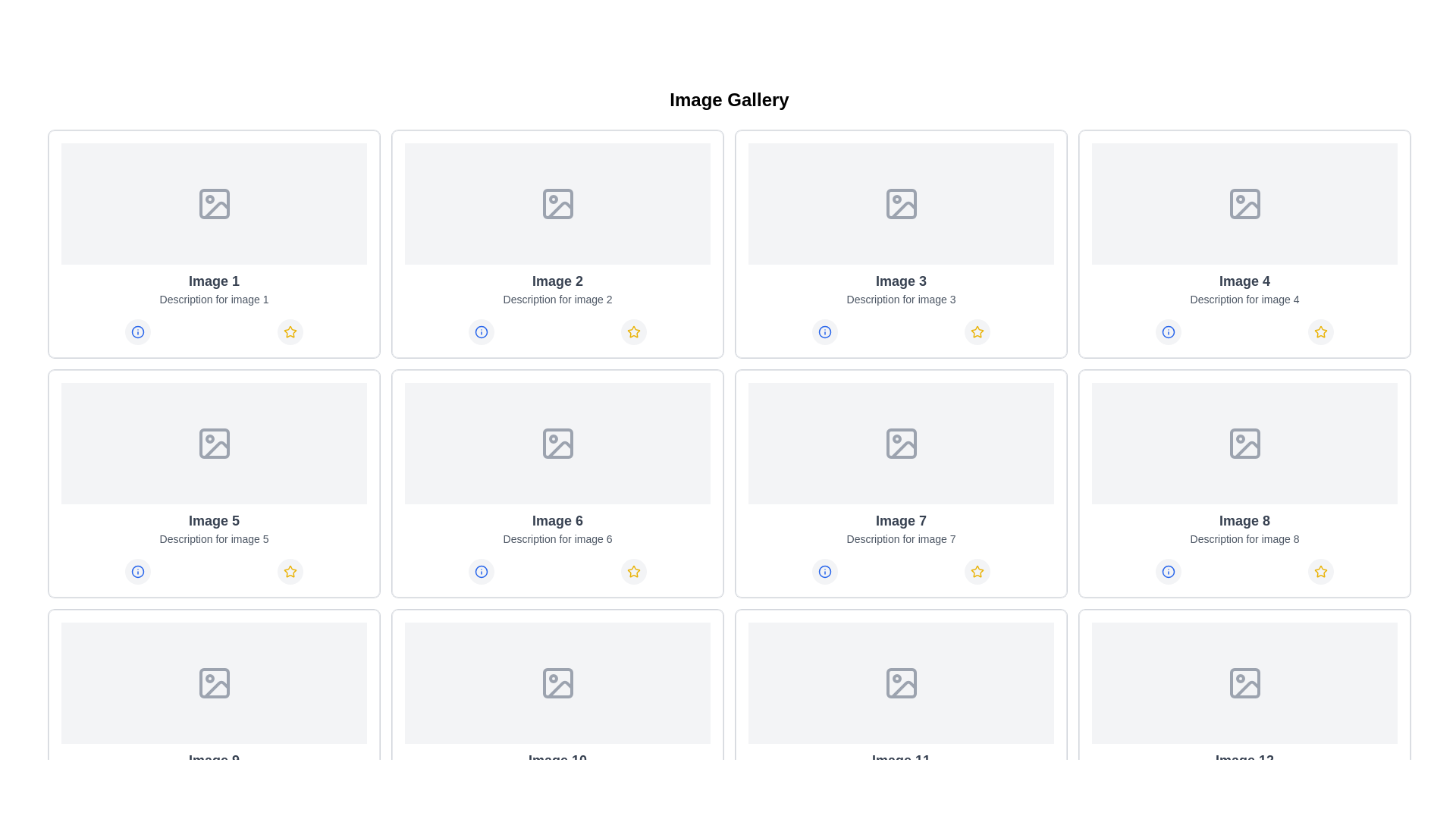 The width and height of the screenshot is (1456, 819). What do you see at coordinates (557, 243) in the screenshot?
I see `the second gallery item card in the grid layout, which features an image placeholder and textual details` at bounding box center [557, 243].